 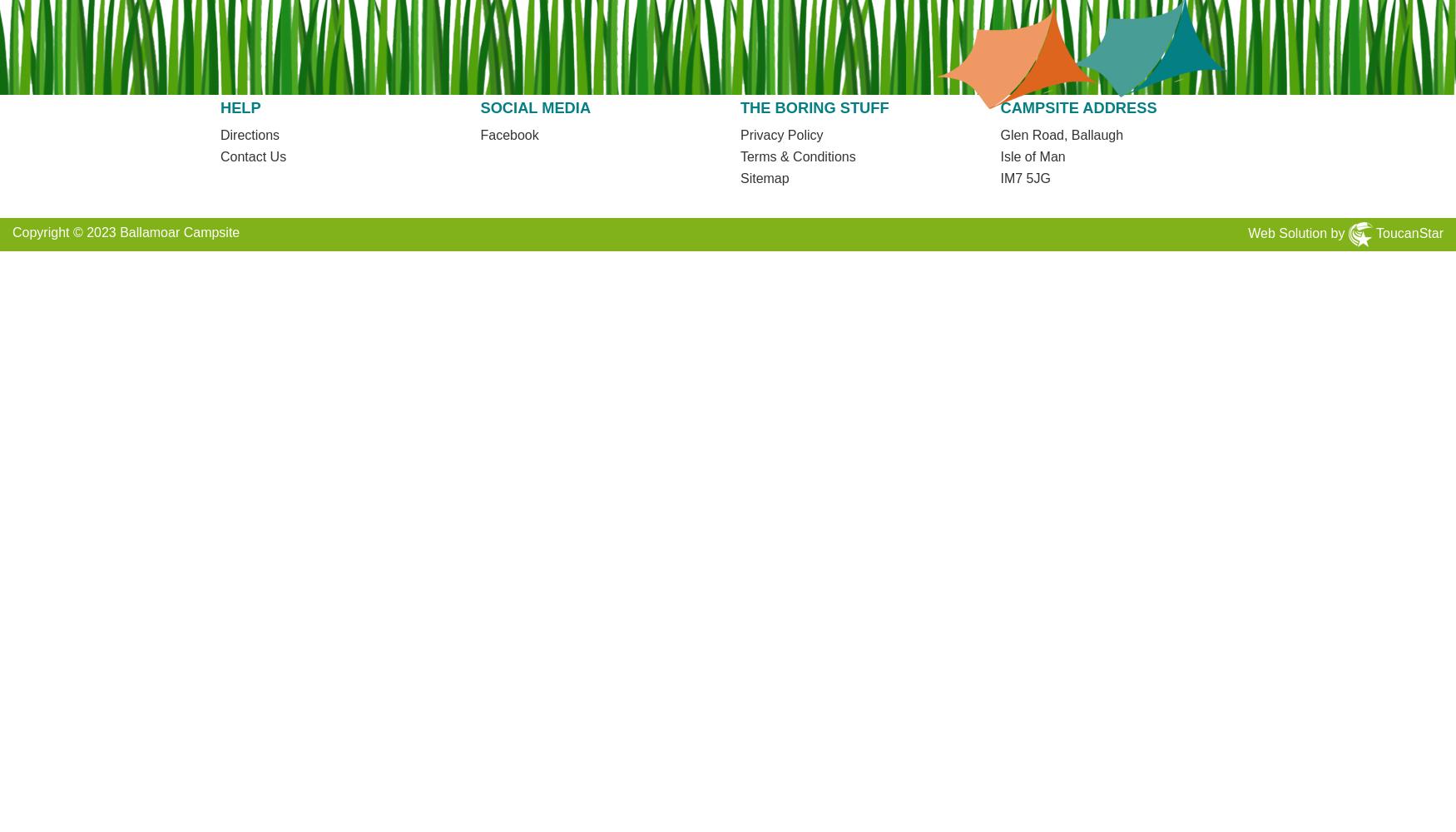 I want to click on 'Isle of Man', so click(x=1000, y=156).